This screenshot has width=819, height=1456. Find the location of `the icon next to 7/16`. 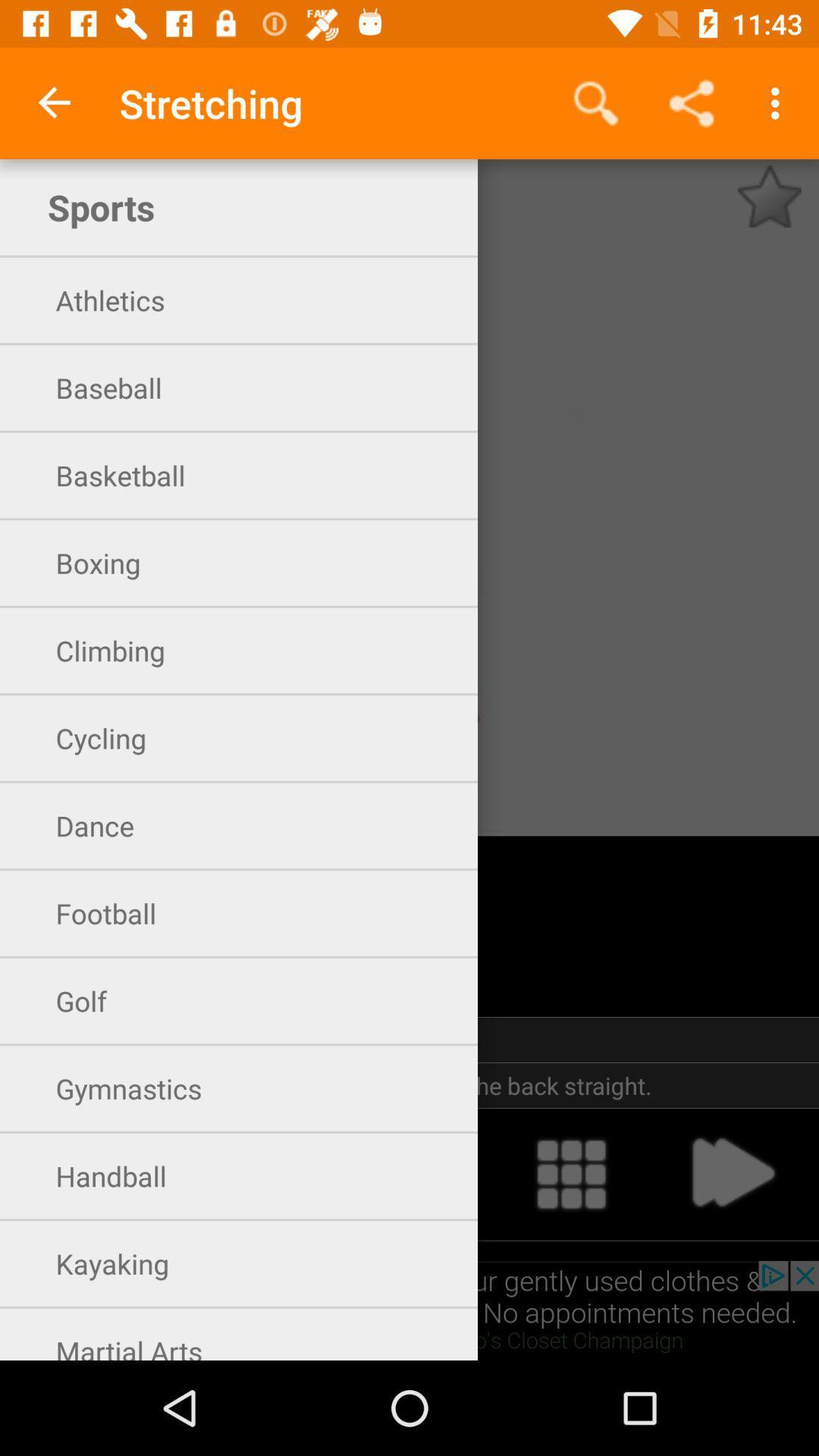

the icon next to 7/16 is located at coordinates (769, 196).